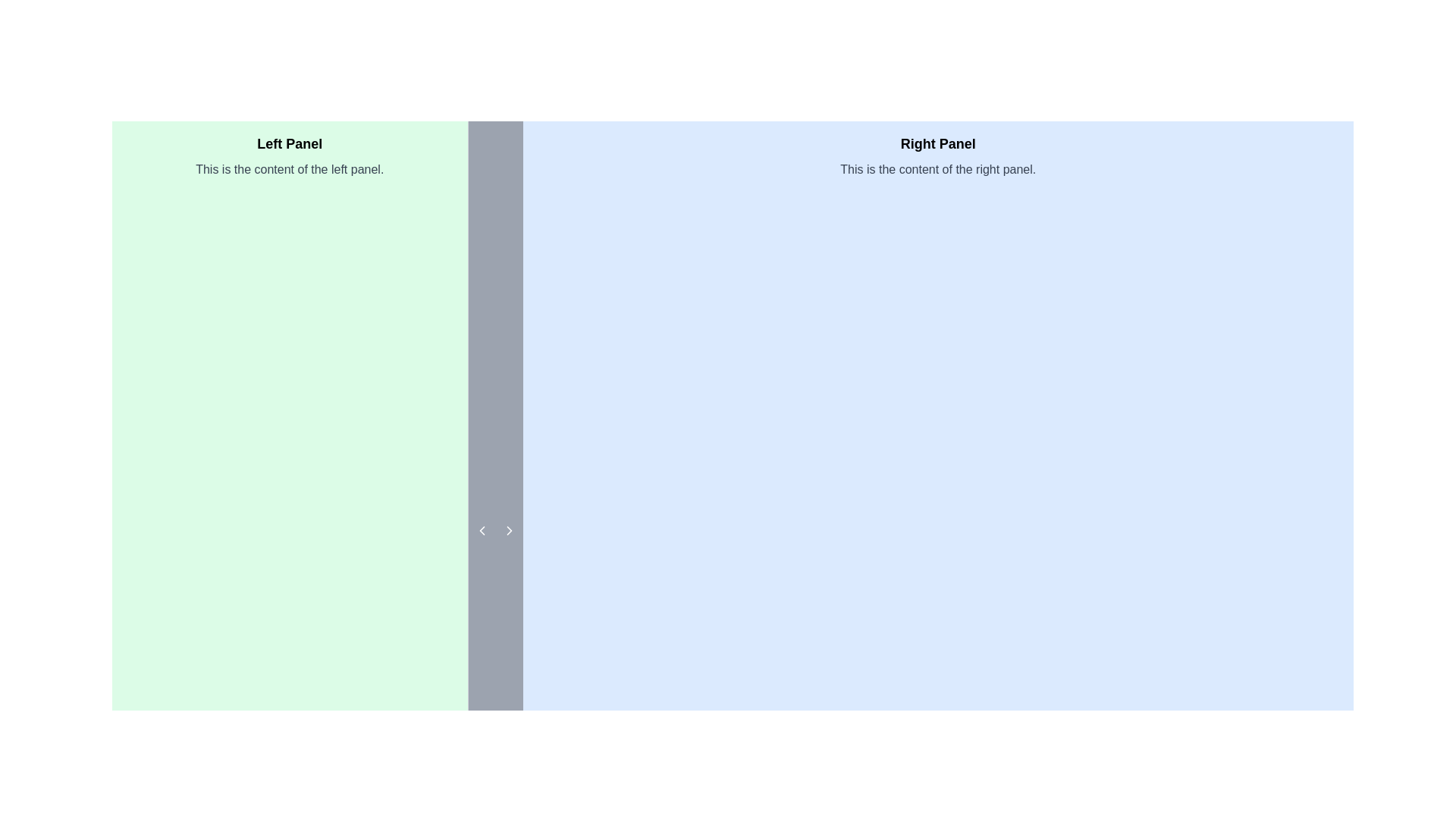 This screenshot has width=1456, height=819. Describe the element at coordinates (481, 529) in the screenshot. I see `keyboard navigation` at that location.